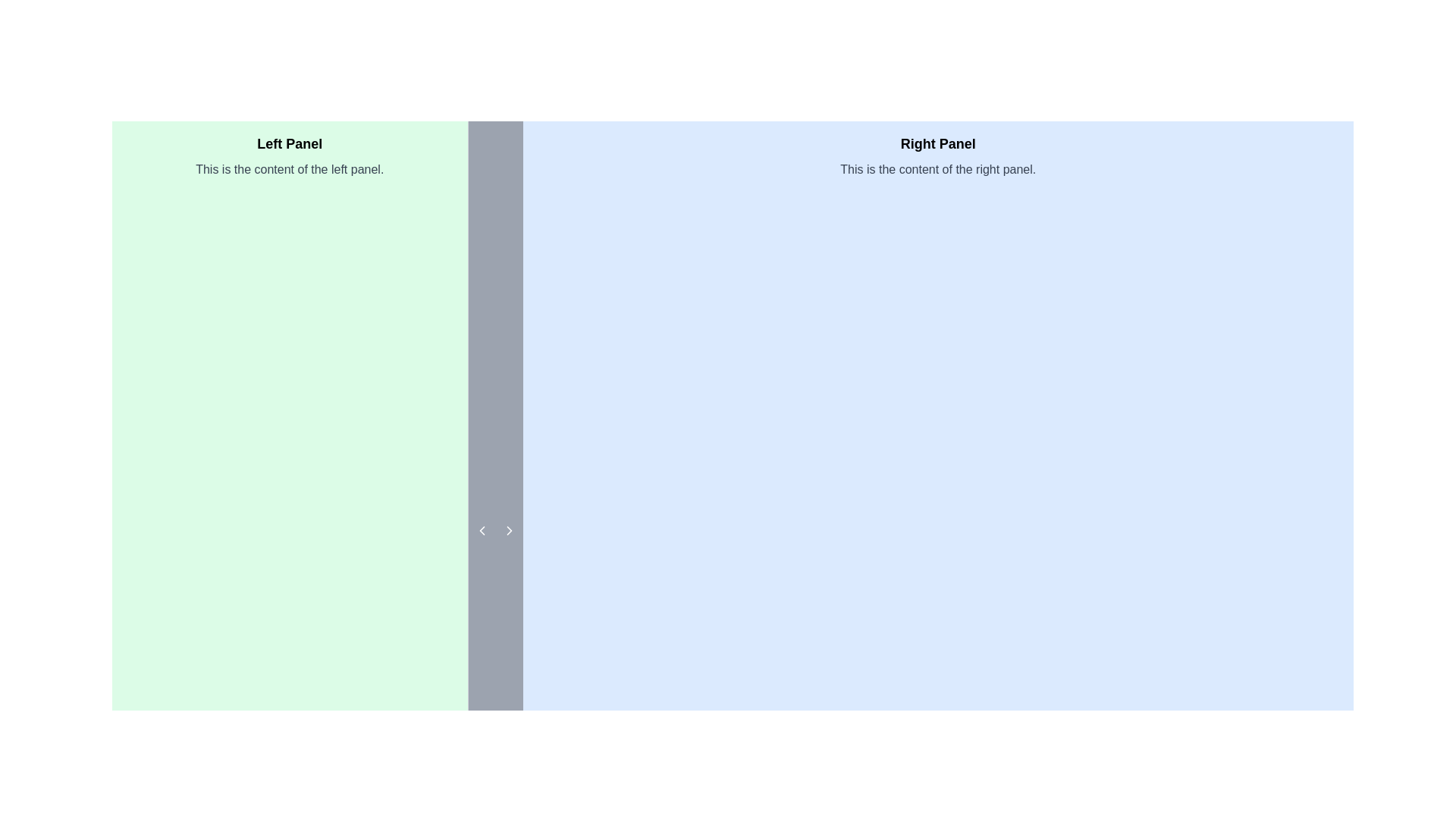 This screenshot has width=1456, height=819. Describe the element at coordinates (481, 529) in the screenshot. I see `keyboard navigation` at that location.